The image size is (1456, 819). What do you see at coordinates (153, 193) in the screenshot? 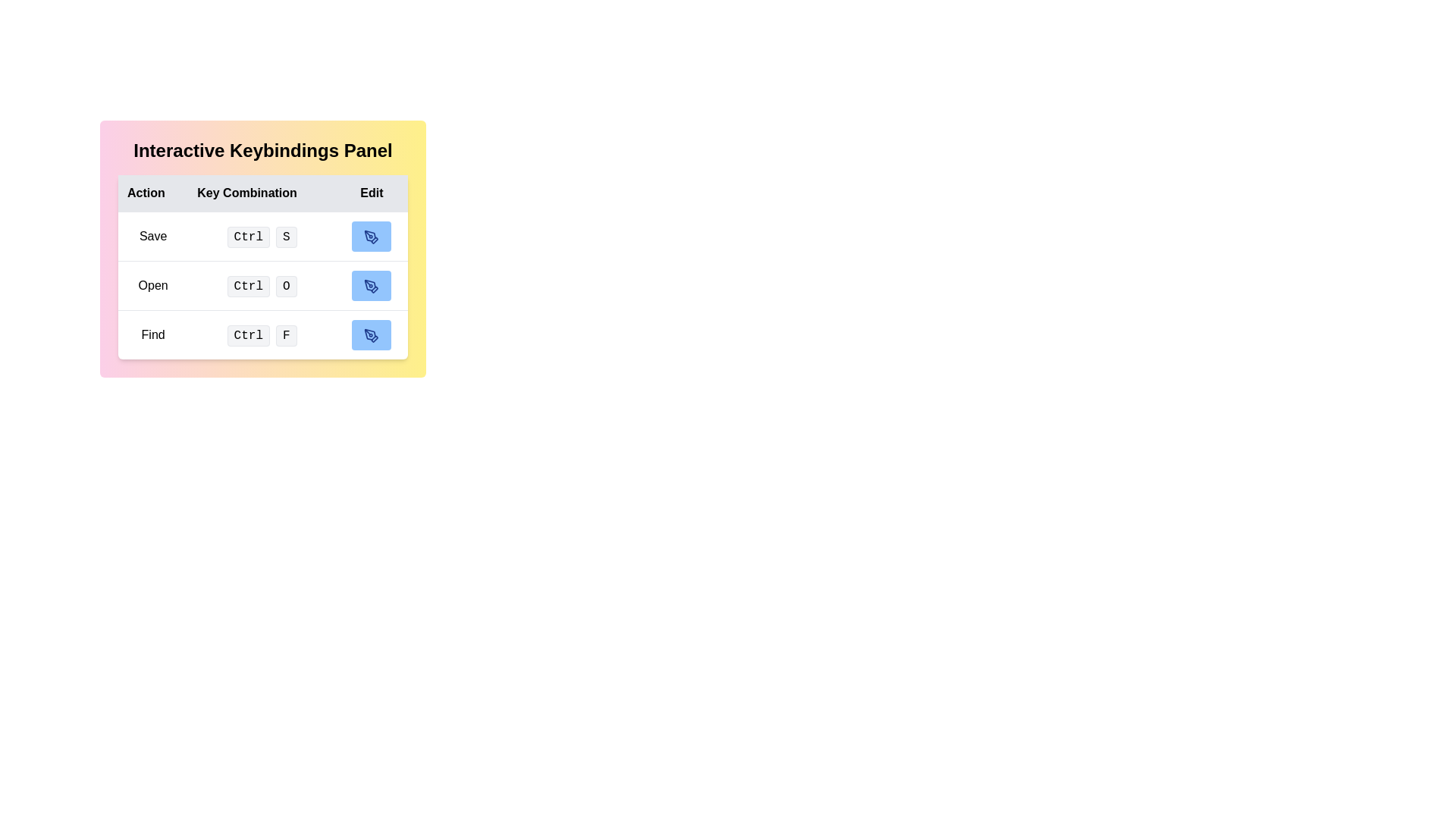
I see `the label at the far left of the first column in the table layout, which specifies that the content below pertains to actions` at bounding box center [153, 193].